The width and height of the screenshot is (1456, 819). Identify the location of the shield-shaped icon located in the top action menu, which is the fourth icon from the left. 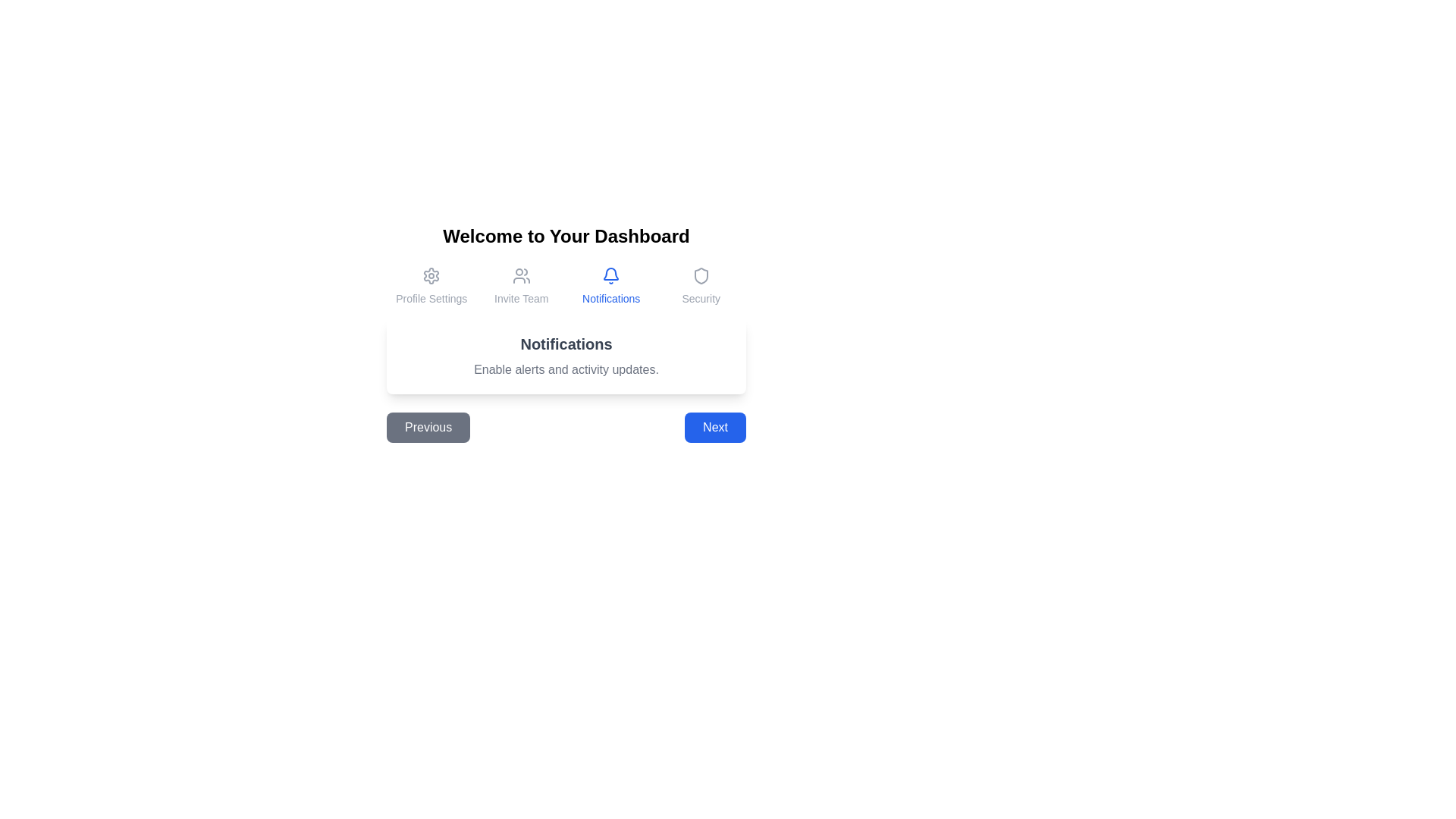
(700, 275).